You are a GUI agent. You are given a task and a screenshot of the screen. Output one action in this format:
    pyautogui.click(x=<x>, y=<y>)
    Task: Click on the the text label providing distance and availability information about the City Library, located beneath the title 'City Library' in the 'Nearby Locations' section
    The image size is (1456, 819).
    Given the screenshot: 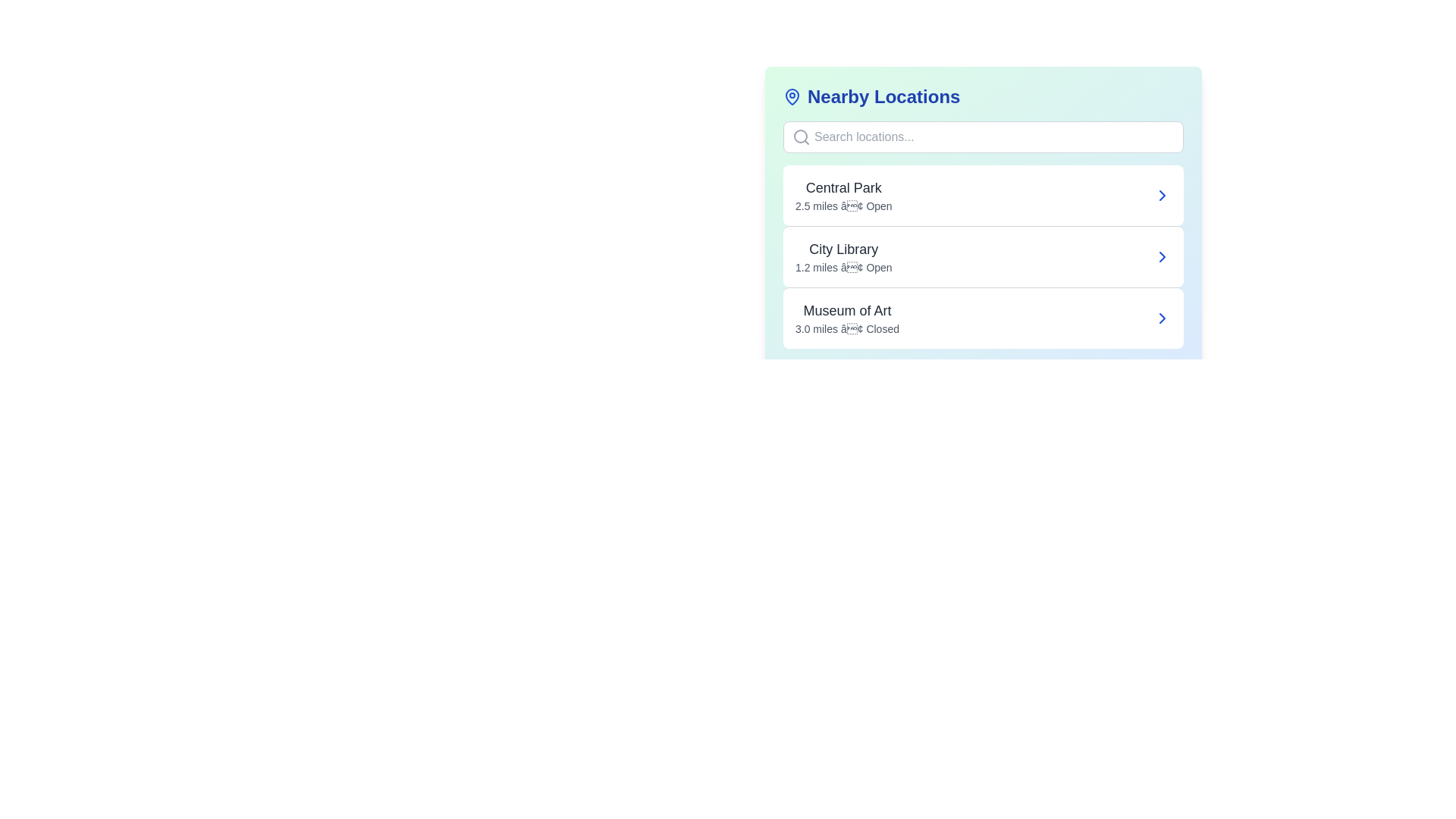 What is the action you would take?
    pyautogui.click(x=843, y=267)
    